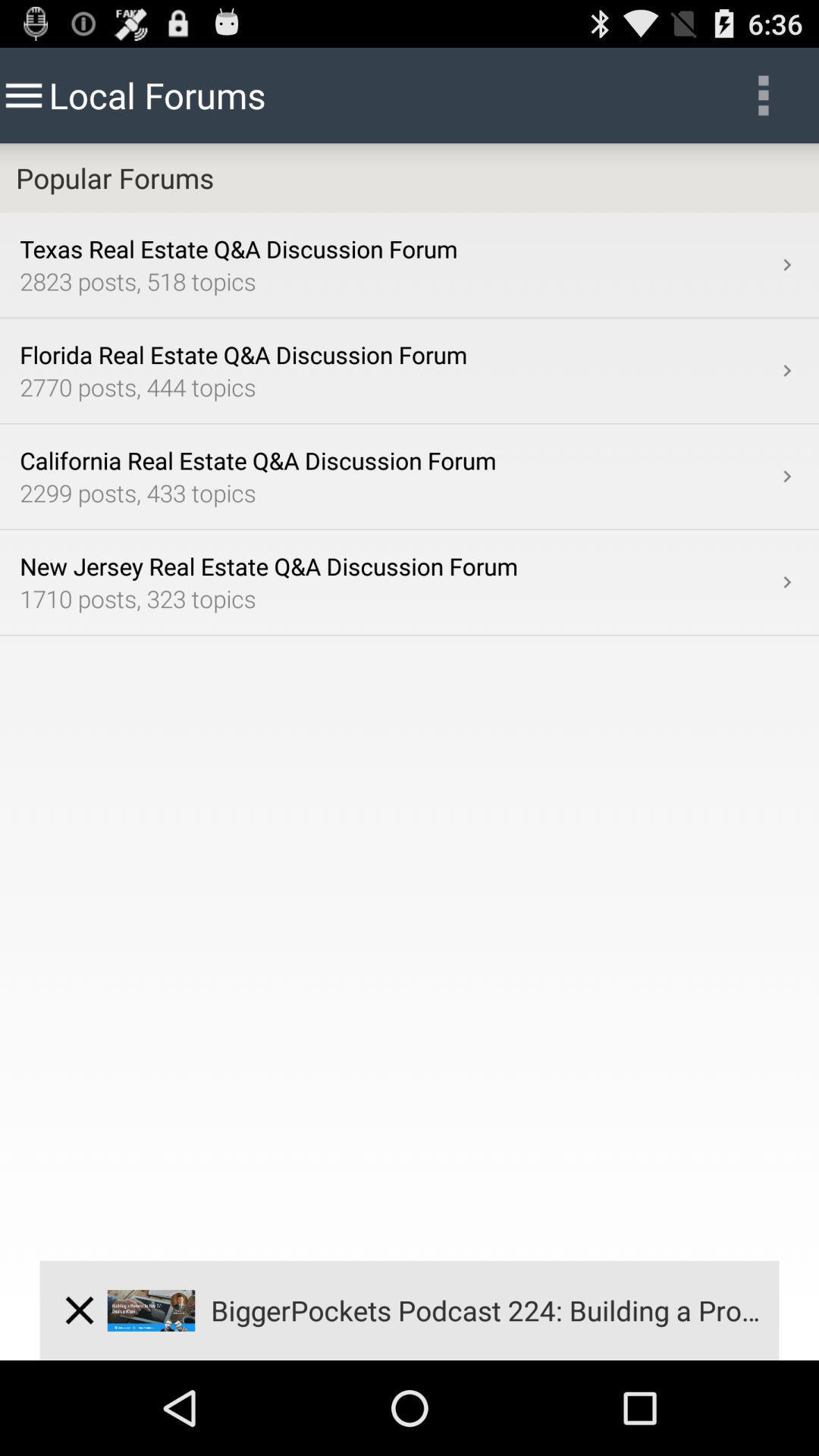  Describe the element at coordinates (397, 492) in the screenshot. I see `the item above new jersey real item` at that location.